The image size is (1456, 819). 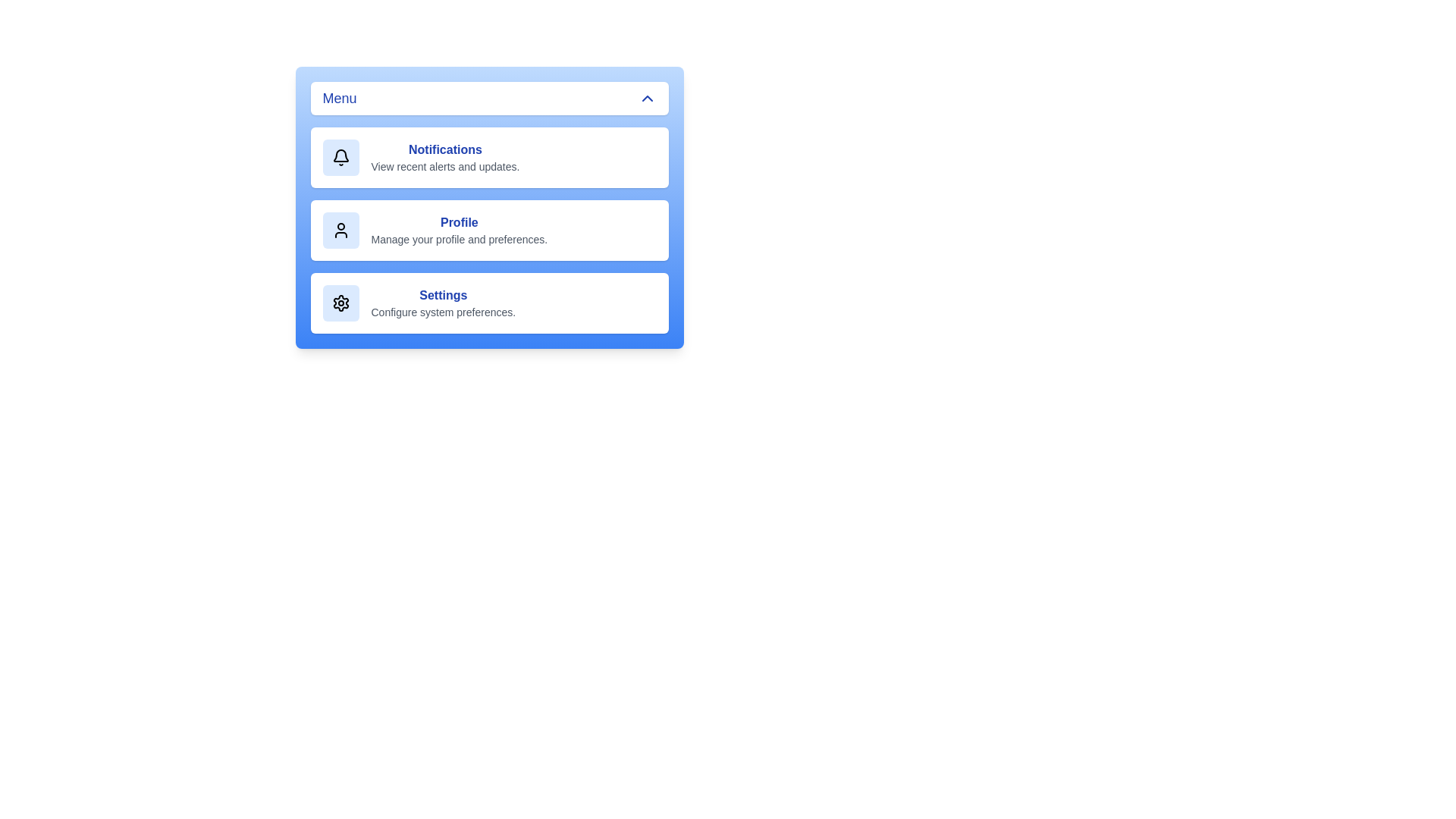 I want to click on the menu item Profile, so click(x=489, y=231).